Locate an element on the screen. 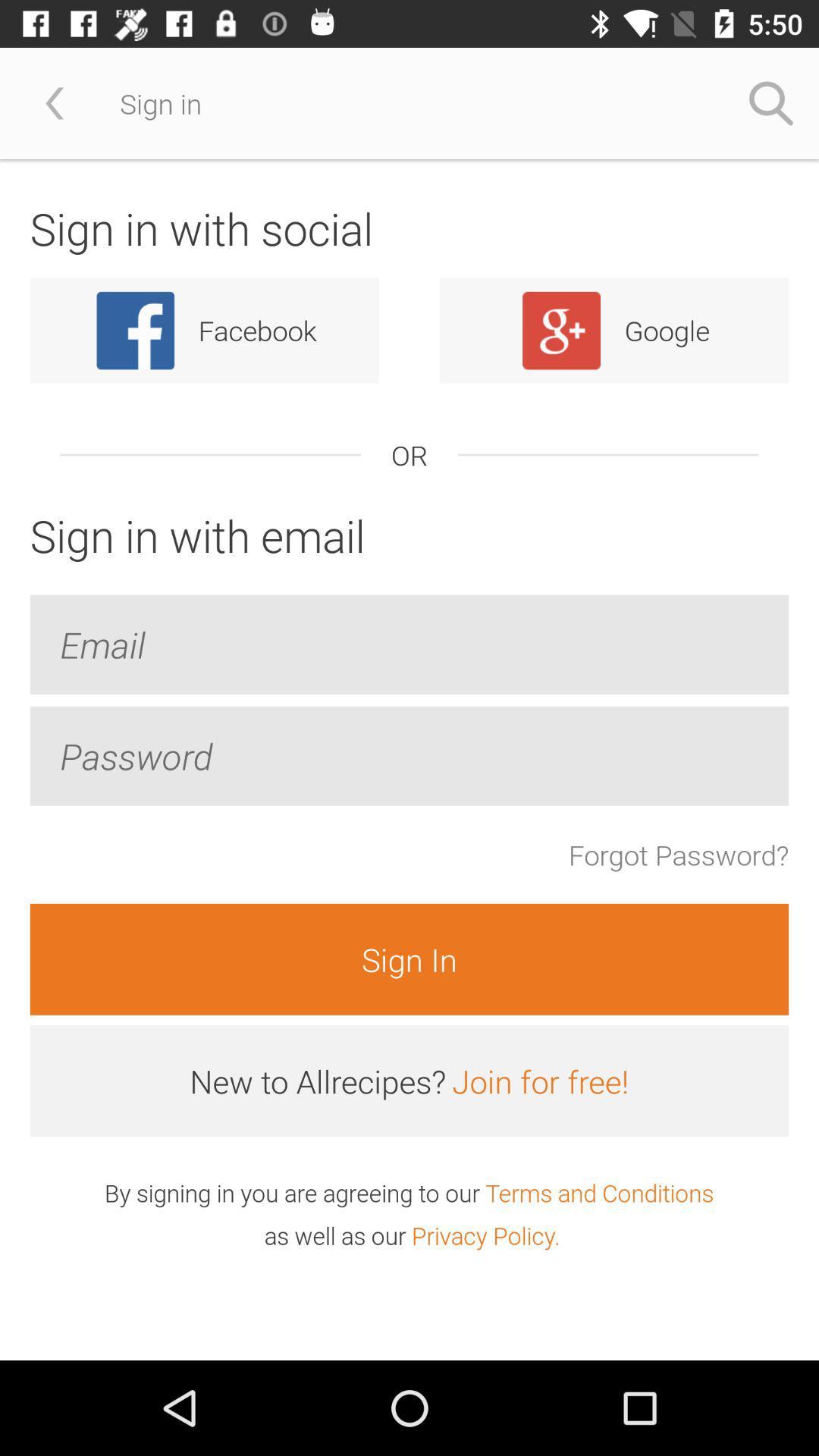  item above the sign in with is located at coordinates (771, 102).